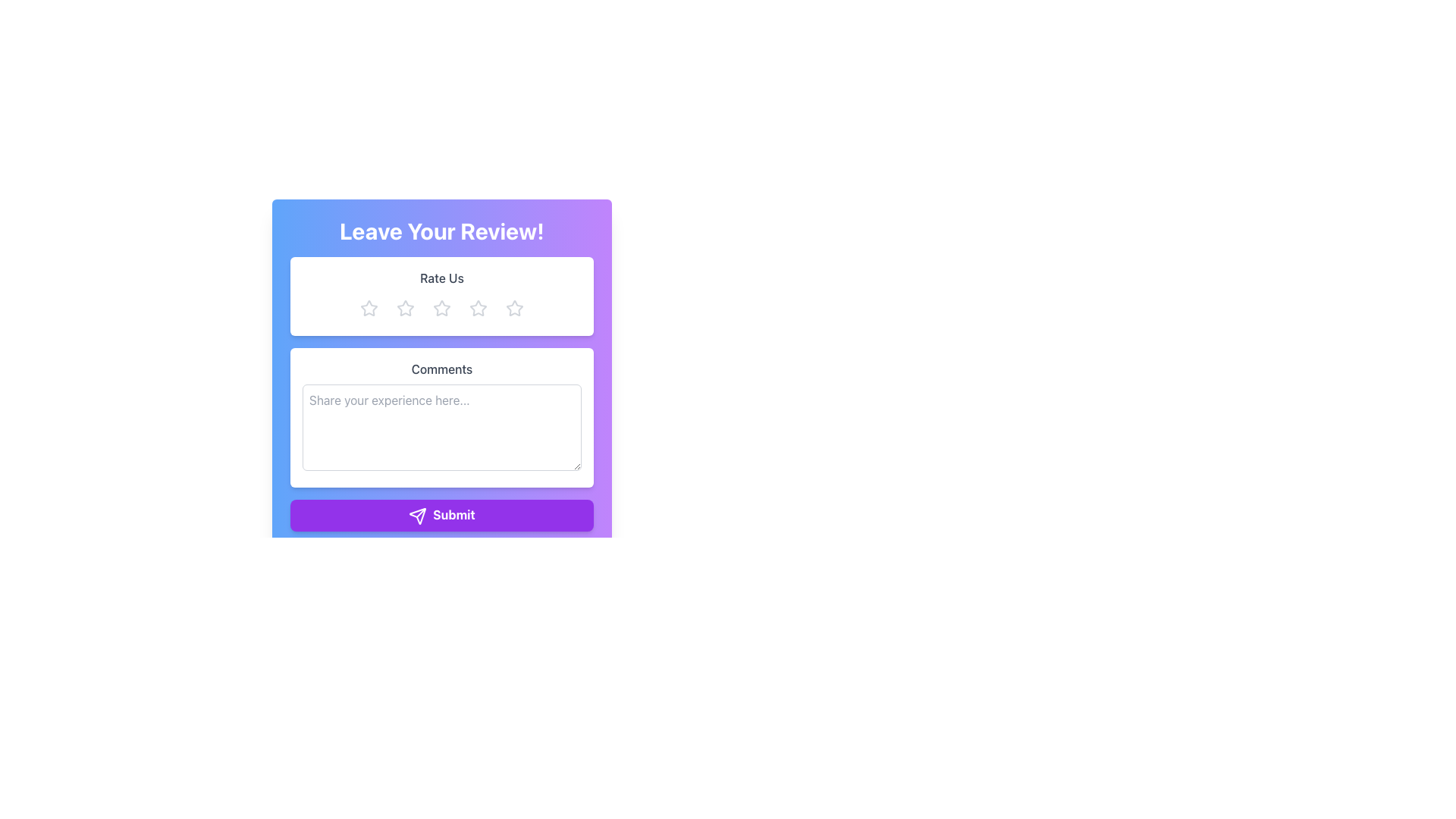  What do you see at coordinates (369, 308) in the screenshot?
I see `the first star icon in the rating component under the 'Rate Us' heading` at bounding box center [369, 308].